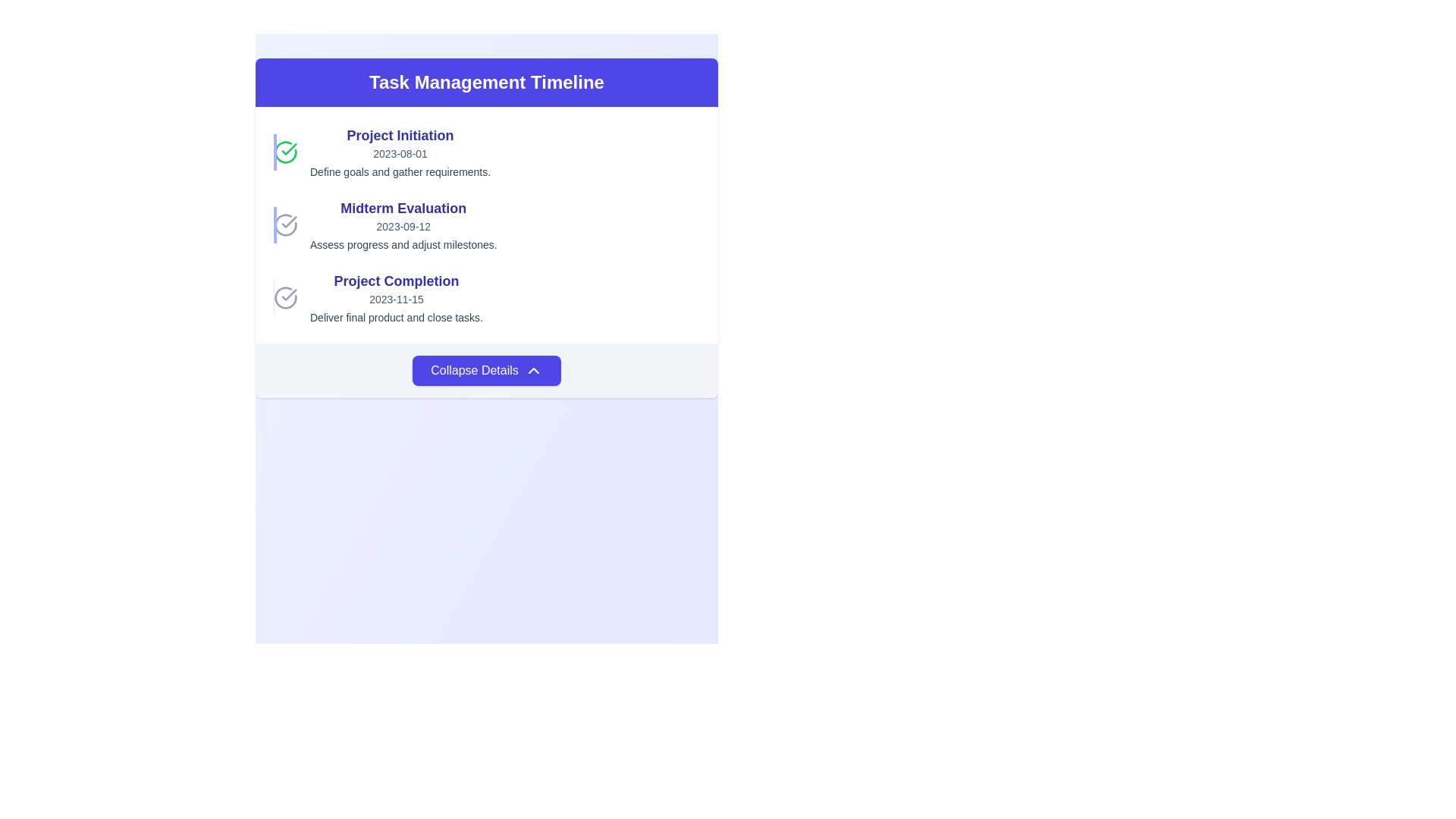  Describe the element at coordinates (397, 317) in the screenshot. I see `the text element that describes the action required for the 'Project Completion' milestone, located below the date '2023-11-15'` at that location.